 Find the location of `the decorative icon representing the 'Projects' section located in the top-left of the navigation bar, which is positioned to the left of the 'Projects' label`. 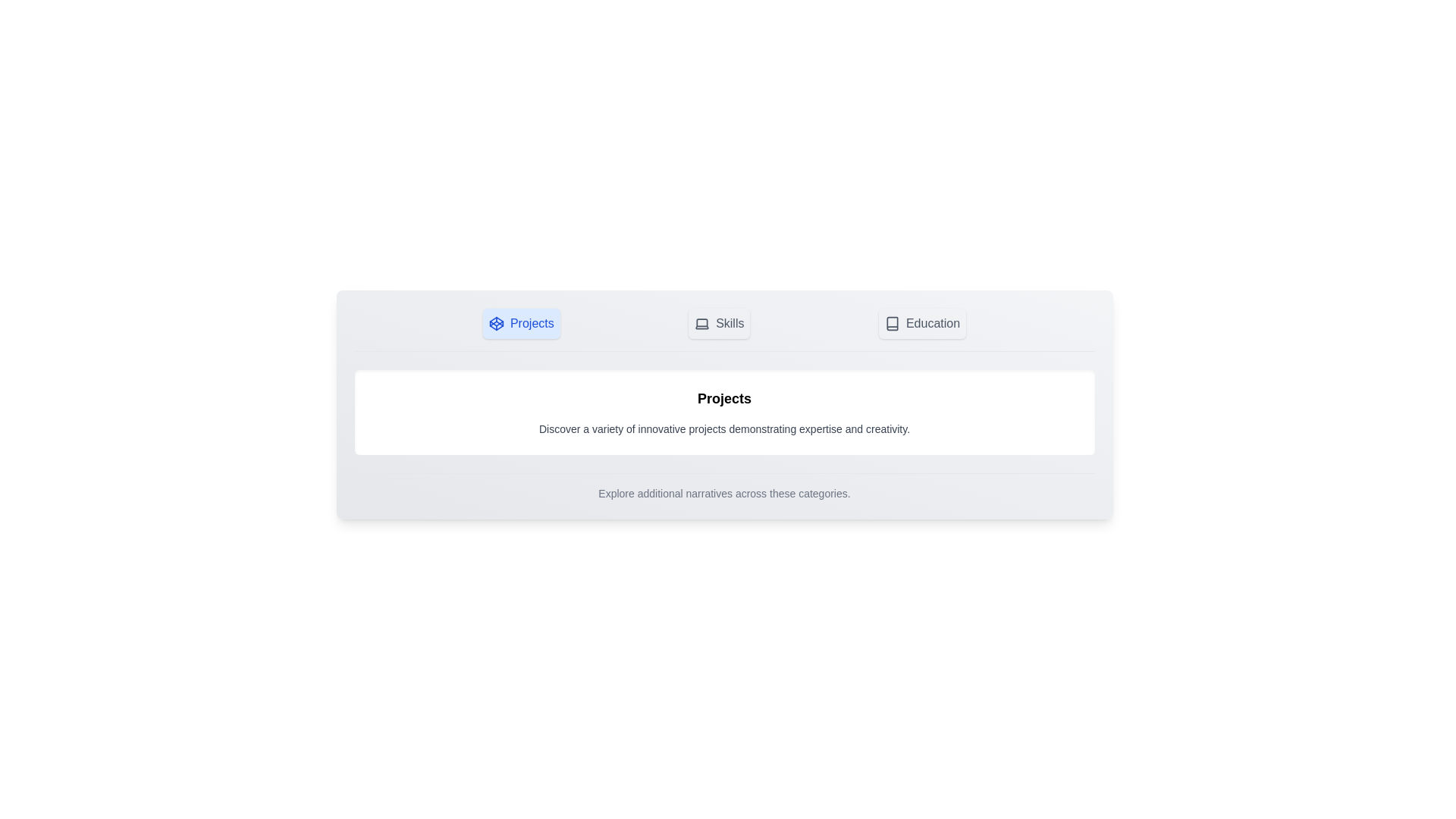

the decorative icon representing the 'Projects' section located in the top-left of the navigation bar, which is positioned to the left of the 'Projects' label is located at coordinates (496, 323).